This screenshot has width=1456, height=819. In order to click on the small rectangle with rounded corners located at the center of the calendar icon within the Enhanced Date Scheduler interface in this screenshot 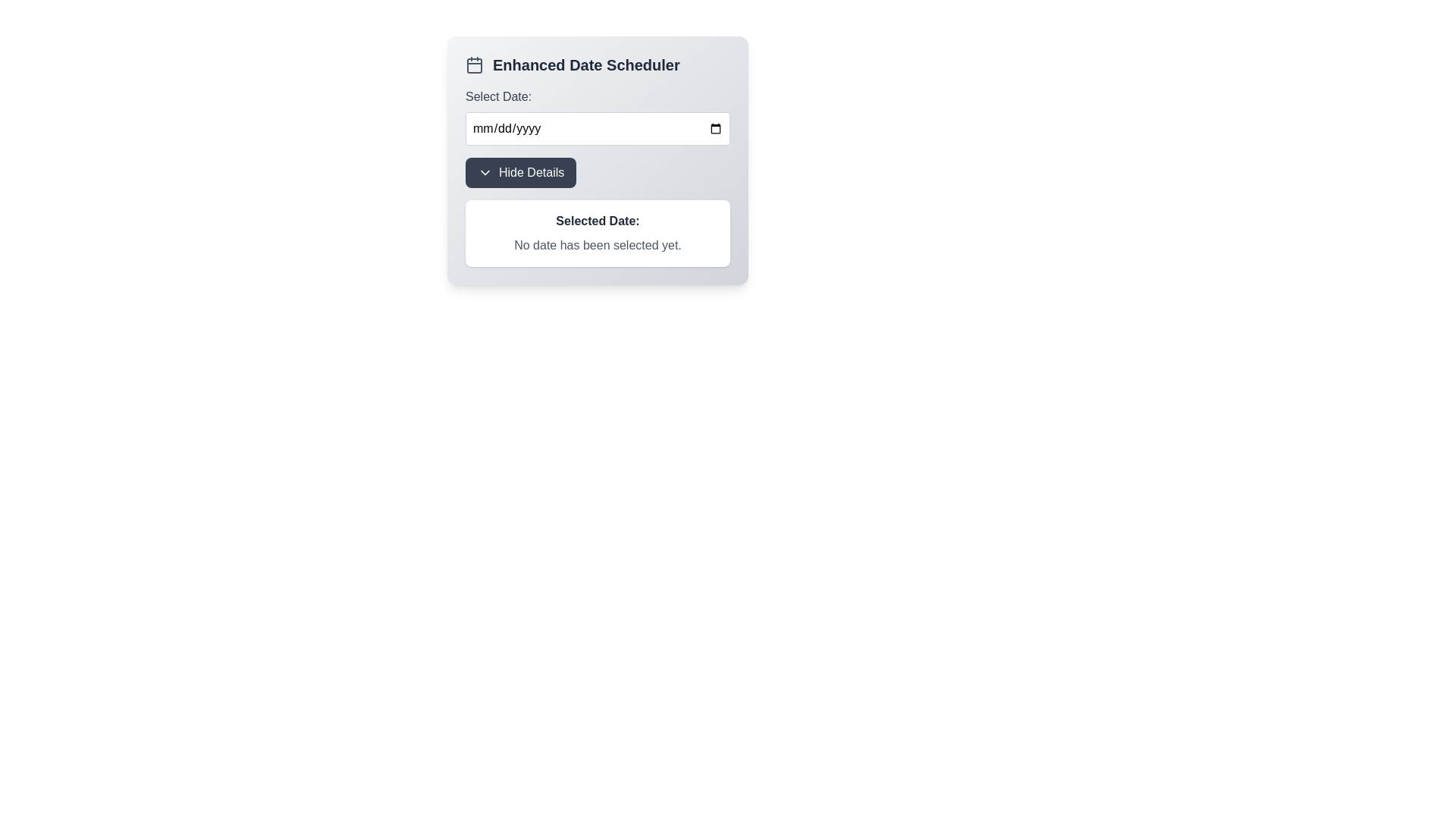, I will do `click(473, 65)`.